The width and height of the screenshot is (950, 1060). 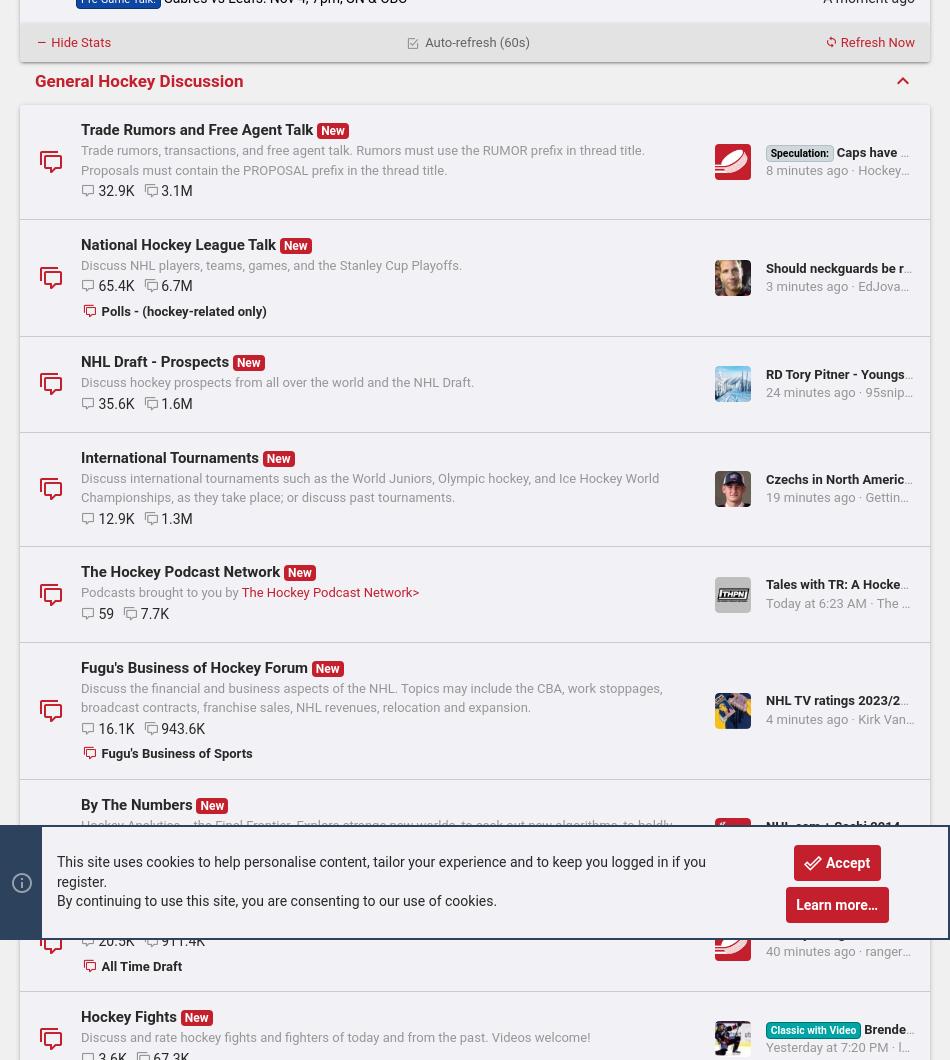 What do you see at coordinates (81, 884) in the screenshot?
I see `'Discuss the financial and business aspects of the NHL. Topics may include the CBA, work stoppages, broadcast contracts, franchise sales, NHL revenues, relocation and expansion.'` at bounding box center [81, 884].